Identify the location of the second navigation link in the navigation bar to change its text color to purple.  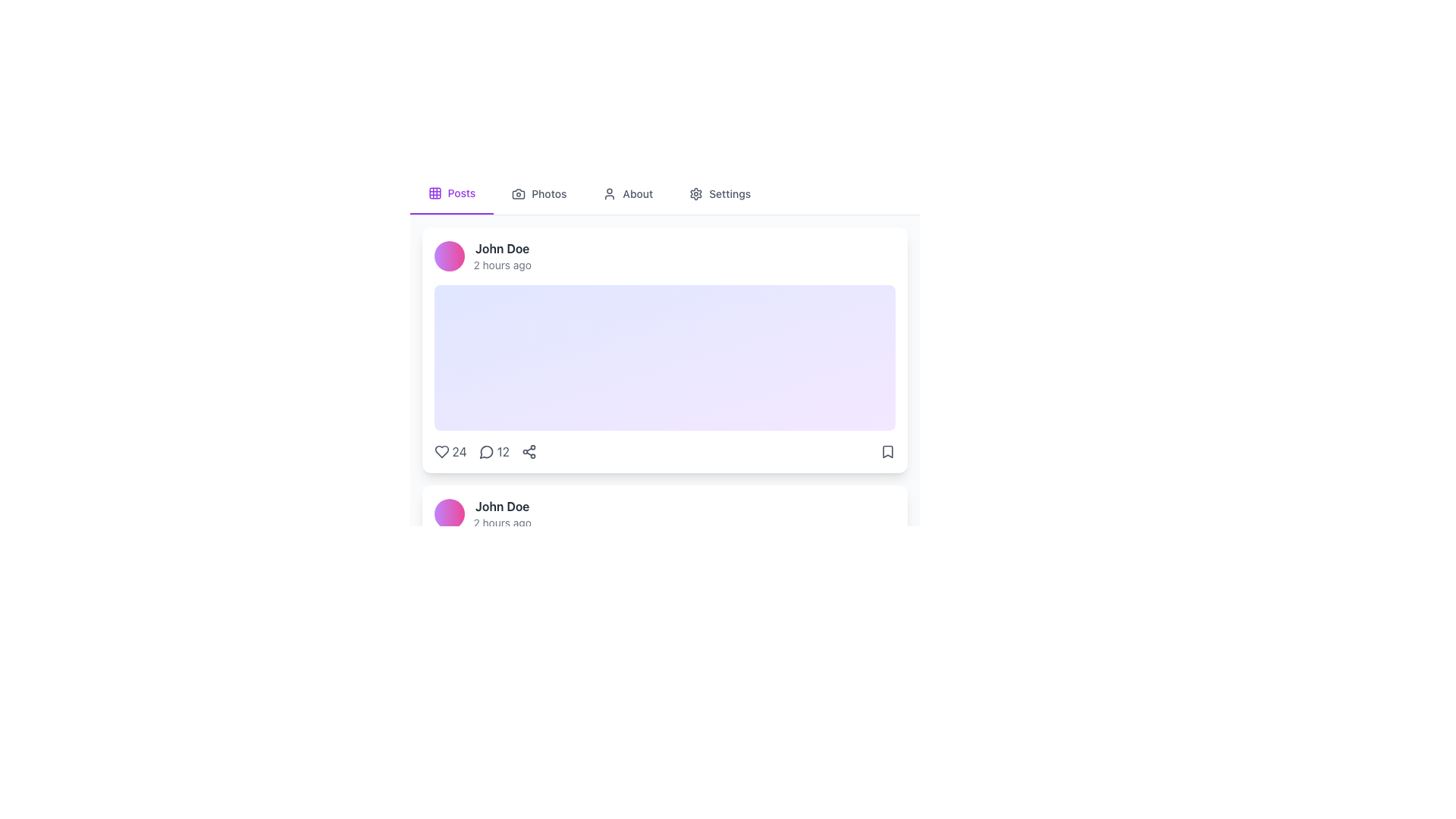
(539, 193).